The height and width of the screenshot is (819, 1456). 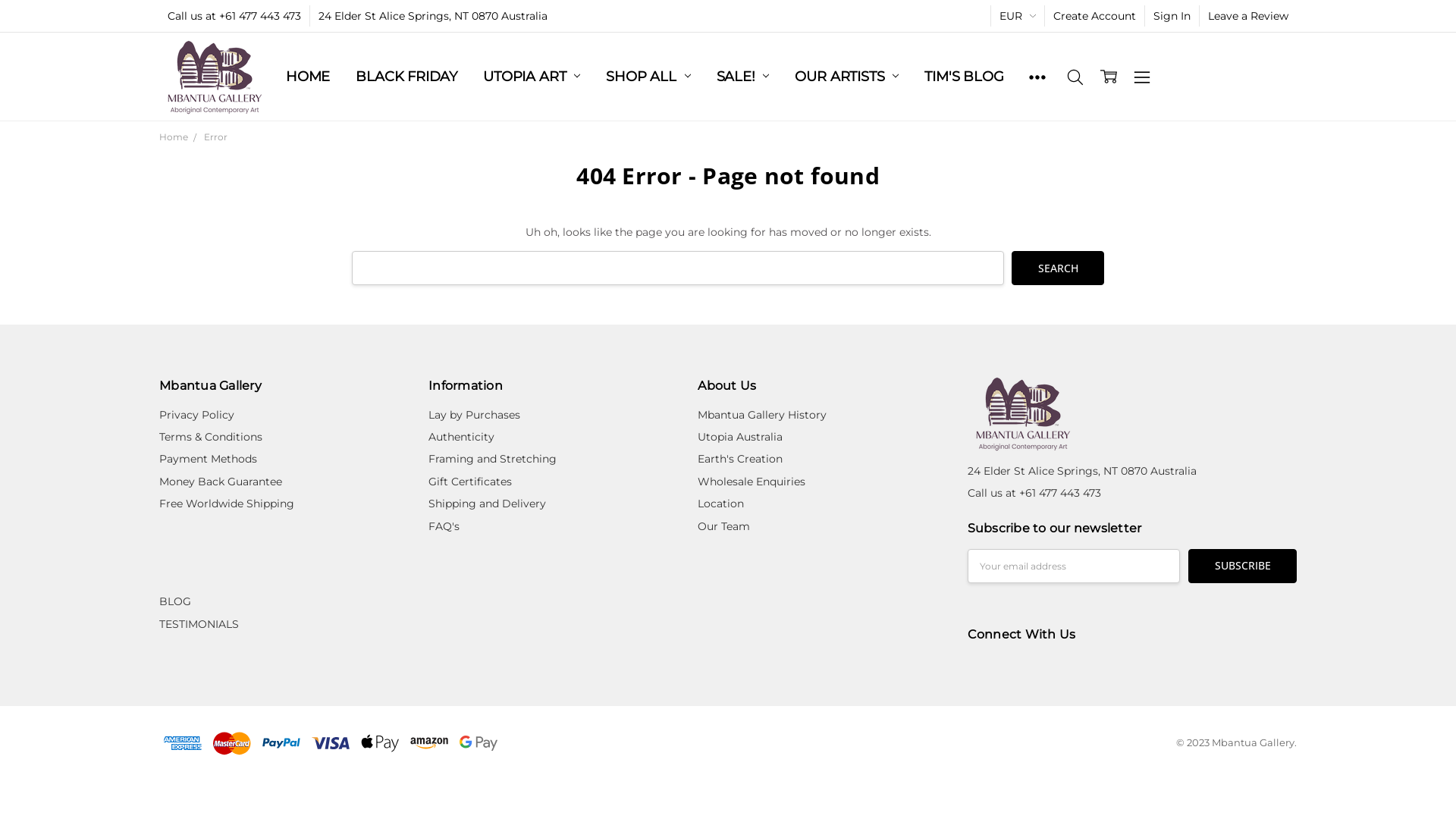 I want to click on 'Error', so click(x=215, y=136).